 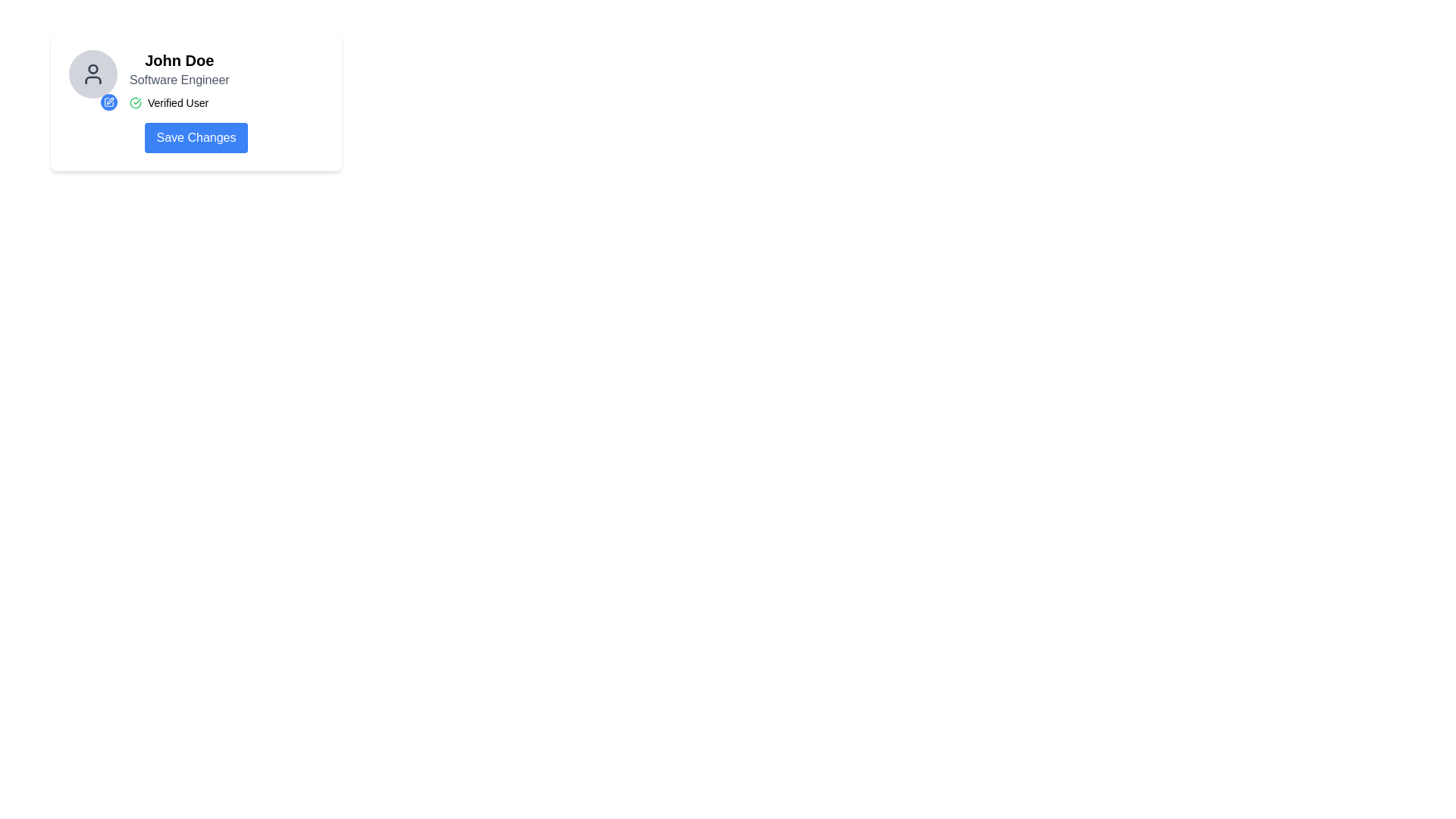 What do you see at coordinates (93, 80) in the screenshot?
I see `the circular user profile avatar placeholder with a gray background and a dark gray user icon` at bounding box center [93, 80].